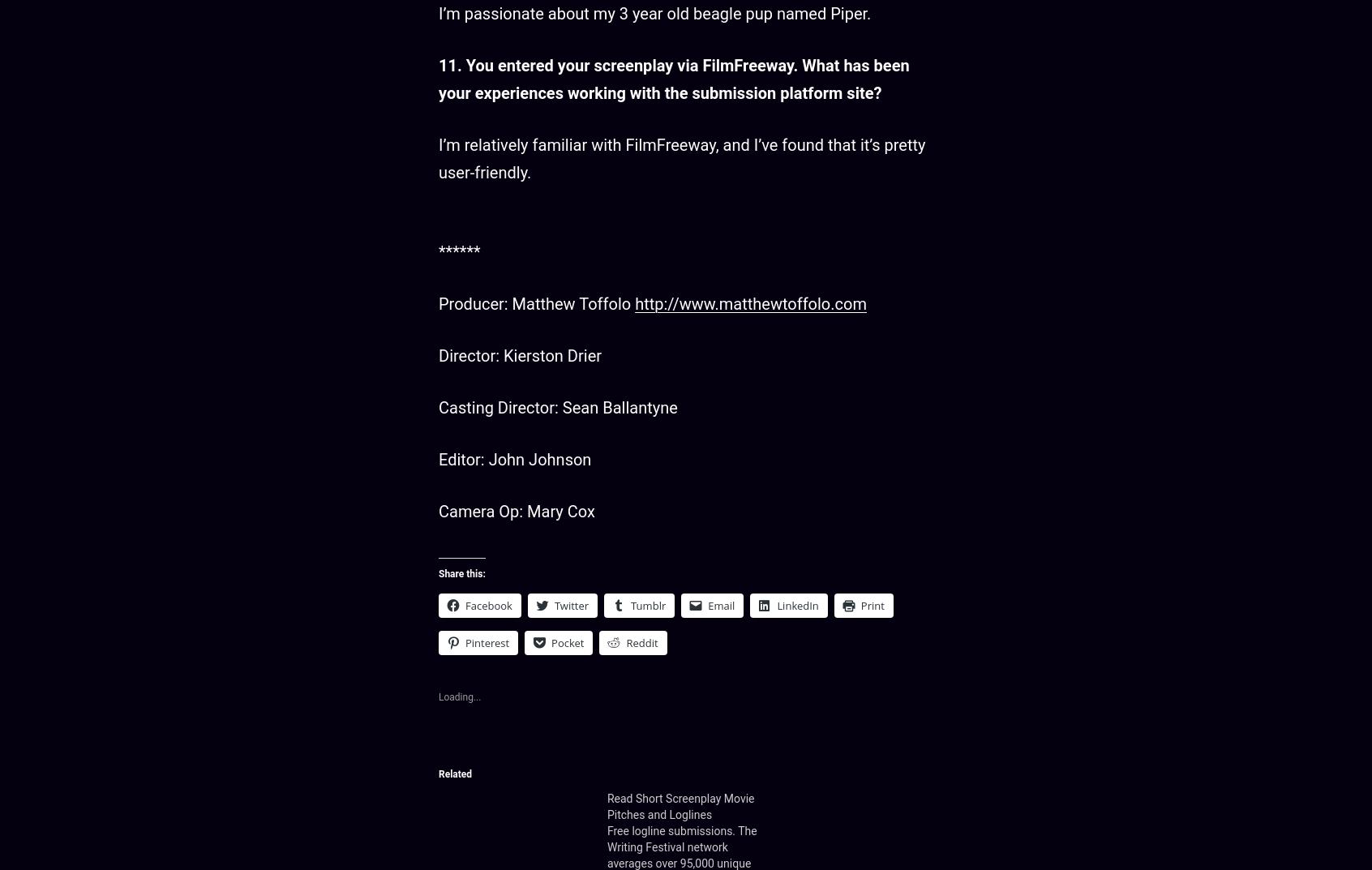  I want to click on 'Twitter', so click(554, 603).